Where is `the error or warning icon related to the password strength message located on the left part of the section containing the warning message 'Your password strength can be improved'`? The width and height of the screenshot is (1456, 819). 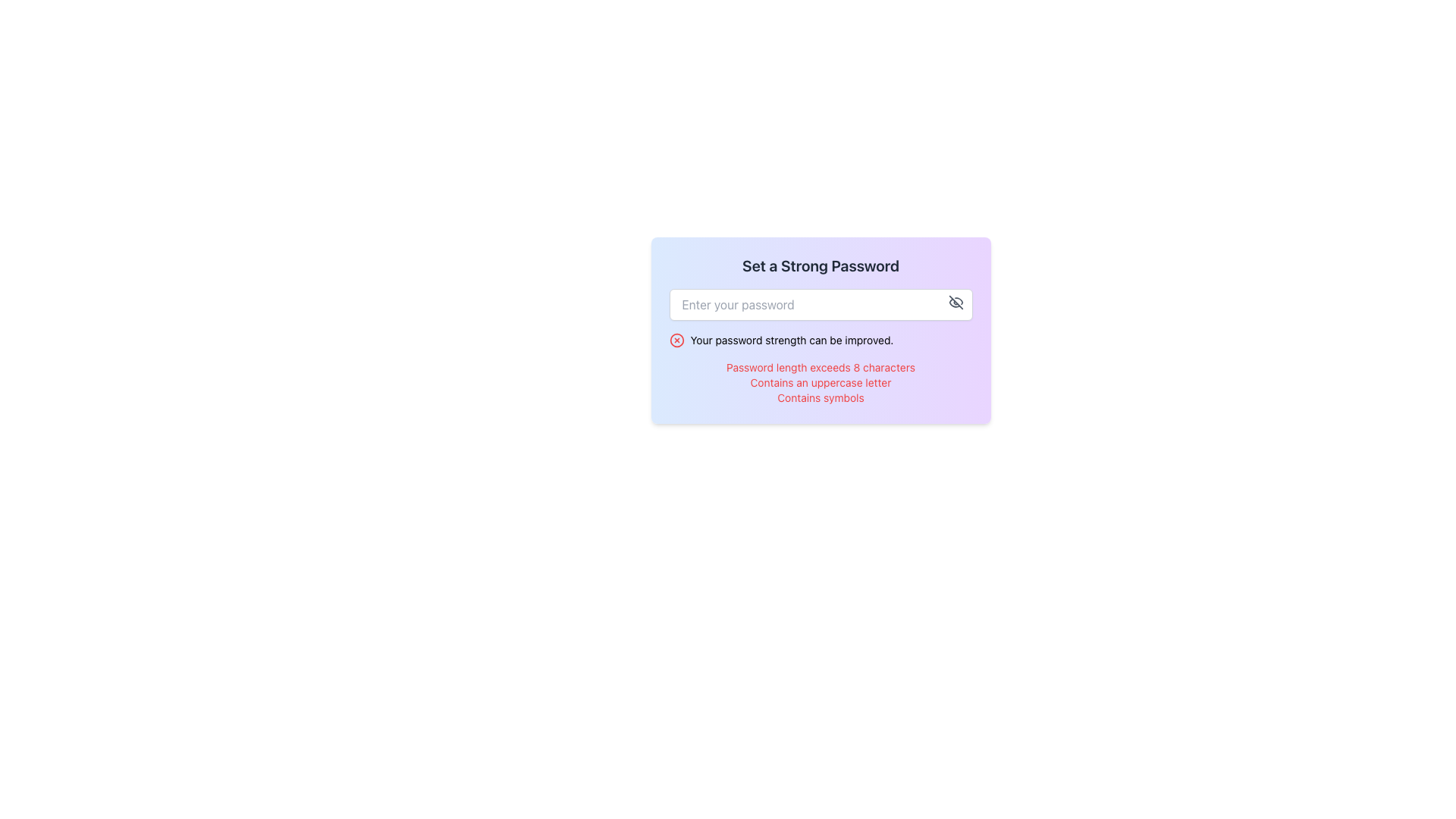
the error or warning icon related to the password strength message located on the left part of the section containing the warning message 'Your password strength can be improved' is located at coordinates (676, 339).